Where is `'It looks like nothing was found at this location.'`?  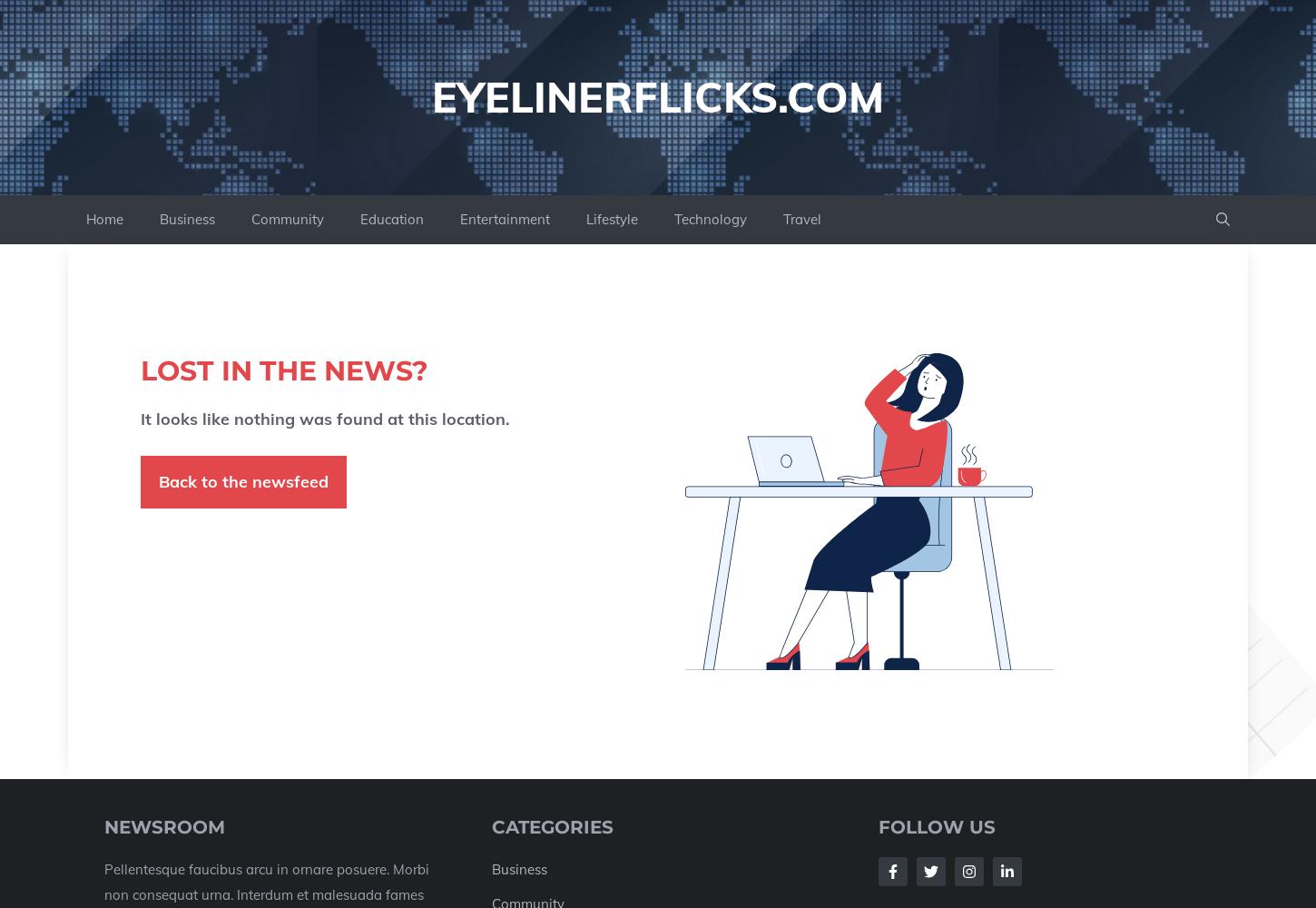
'It looks like nothing was found at this location.' is located at coordinates (325, 418).